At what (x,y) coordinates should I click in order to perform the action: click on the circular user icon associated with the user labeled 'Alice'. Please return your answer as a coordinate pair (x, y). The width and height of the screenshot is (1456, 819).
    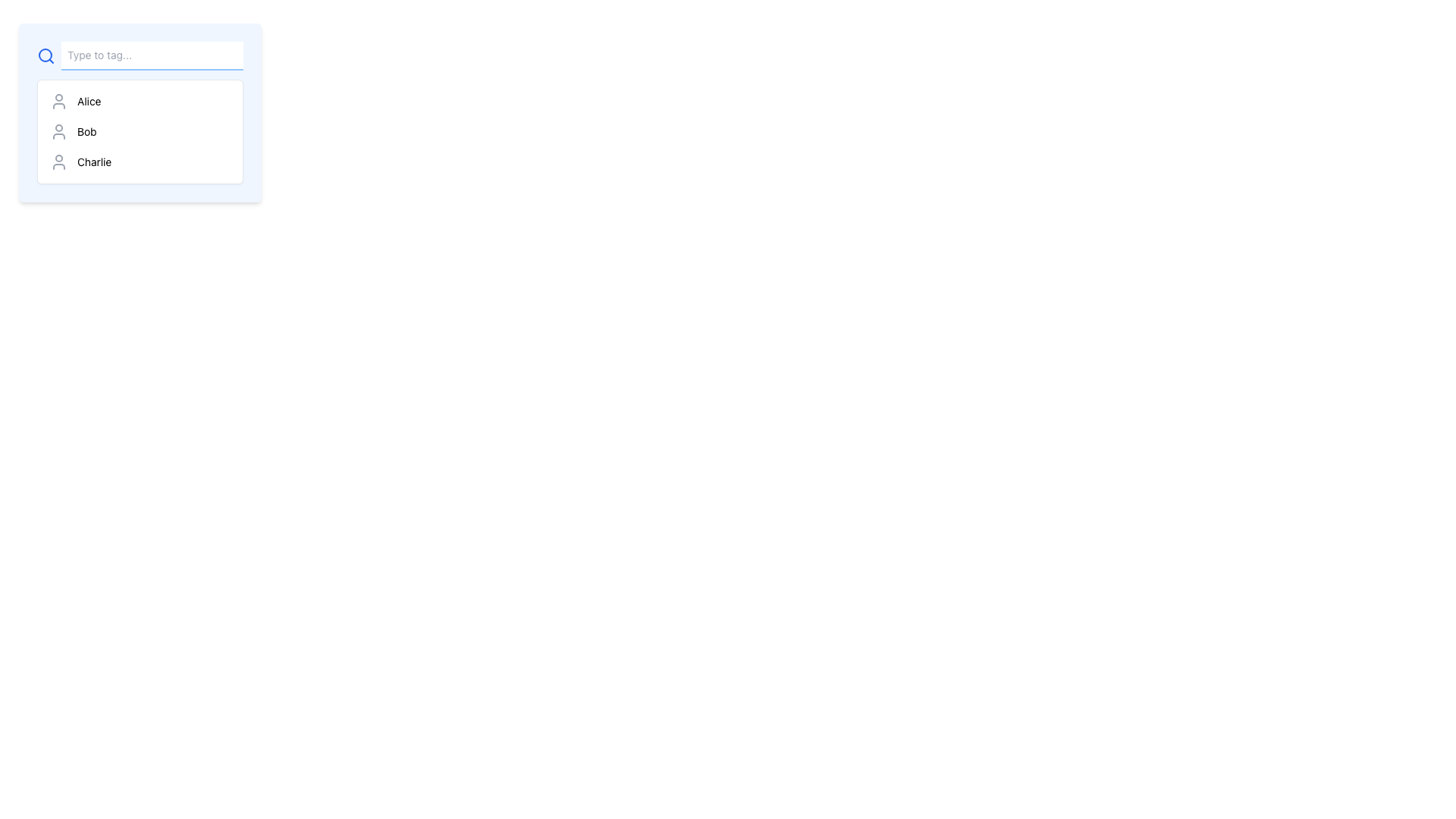
    Looking at the image, I should click on (58, 102).